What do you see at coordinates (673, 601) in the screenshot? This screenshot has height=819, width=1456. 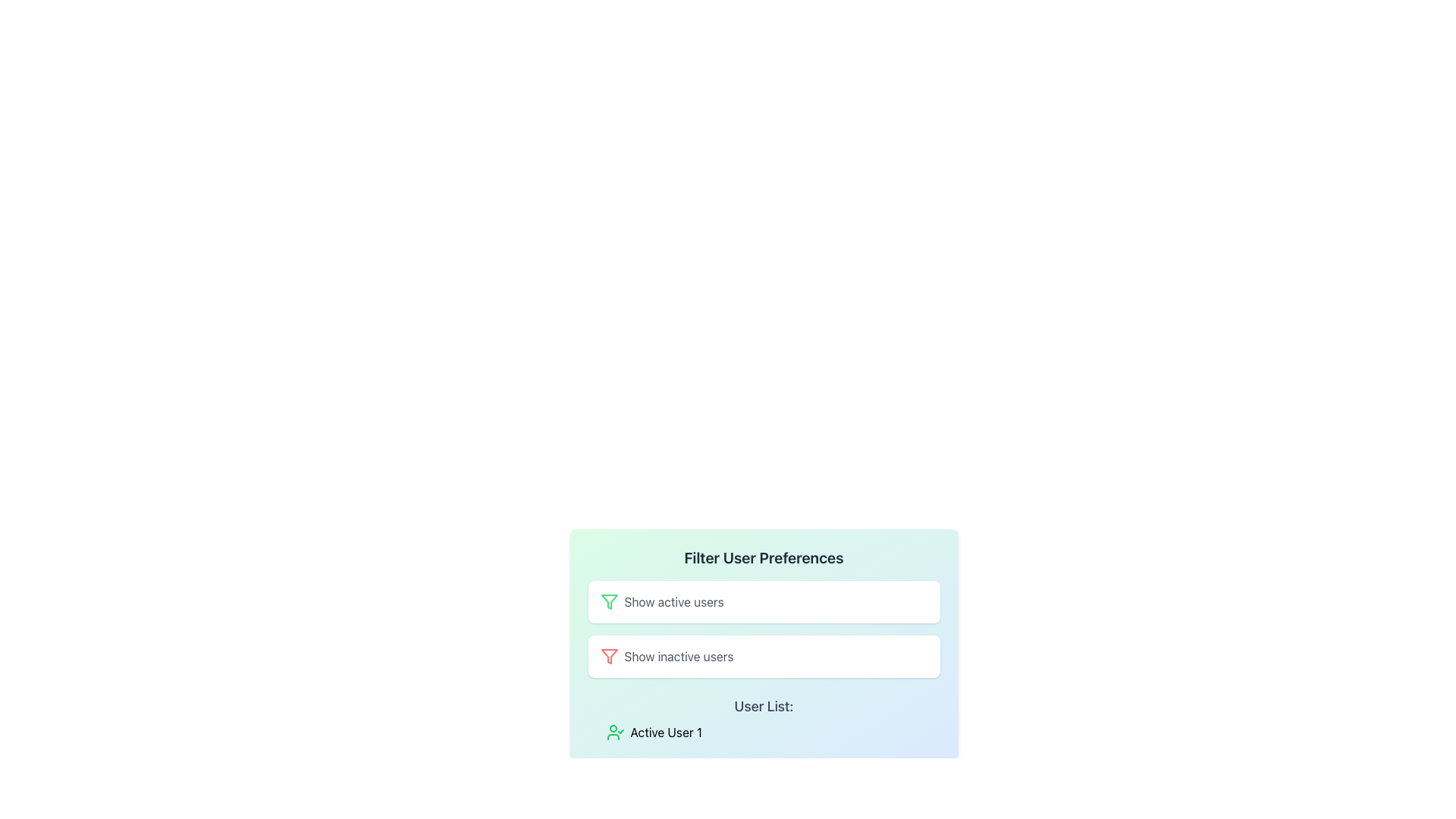 I see `descriptive label for the top filter option in the 'Filter User Preferences' panel, located above the 'Show inactive users' option` at bounding box center [673, 601].